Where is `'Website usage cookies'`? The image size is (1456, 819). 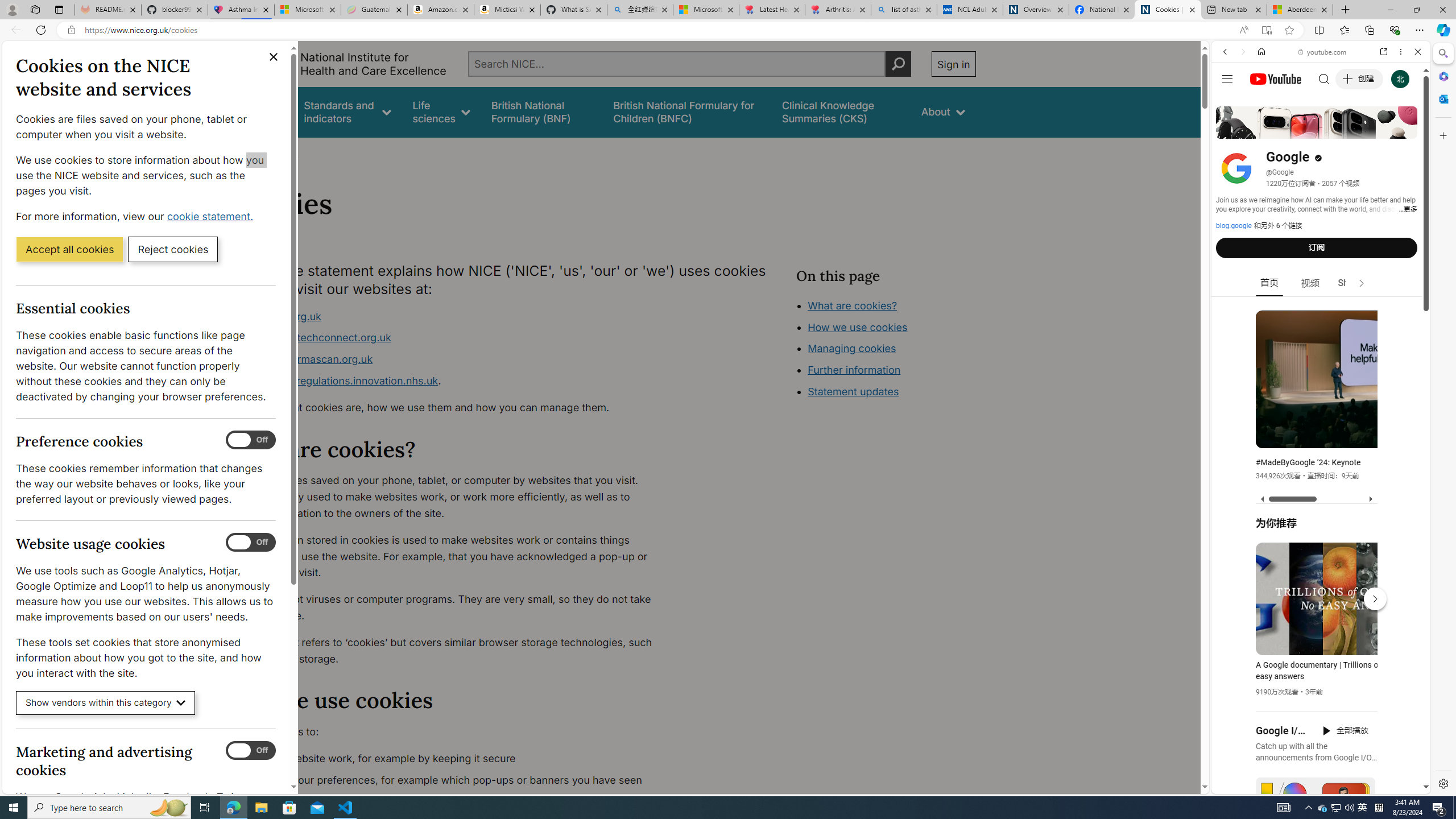
'Website usage cookies' is located at coordinates (250, 542).